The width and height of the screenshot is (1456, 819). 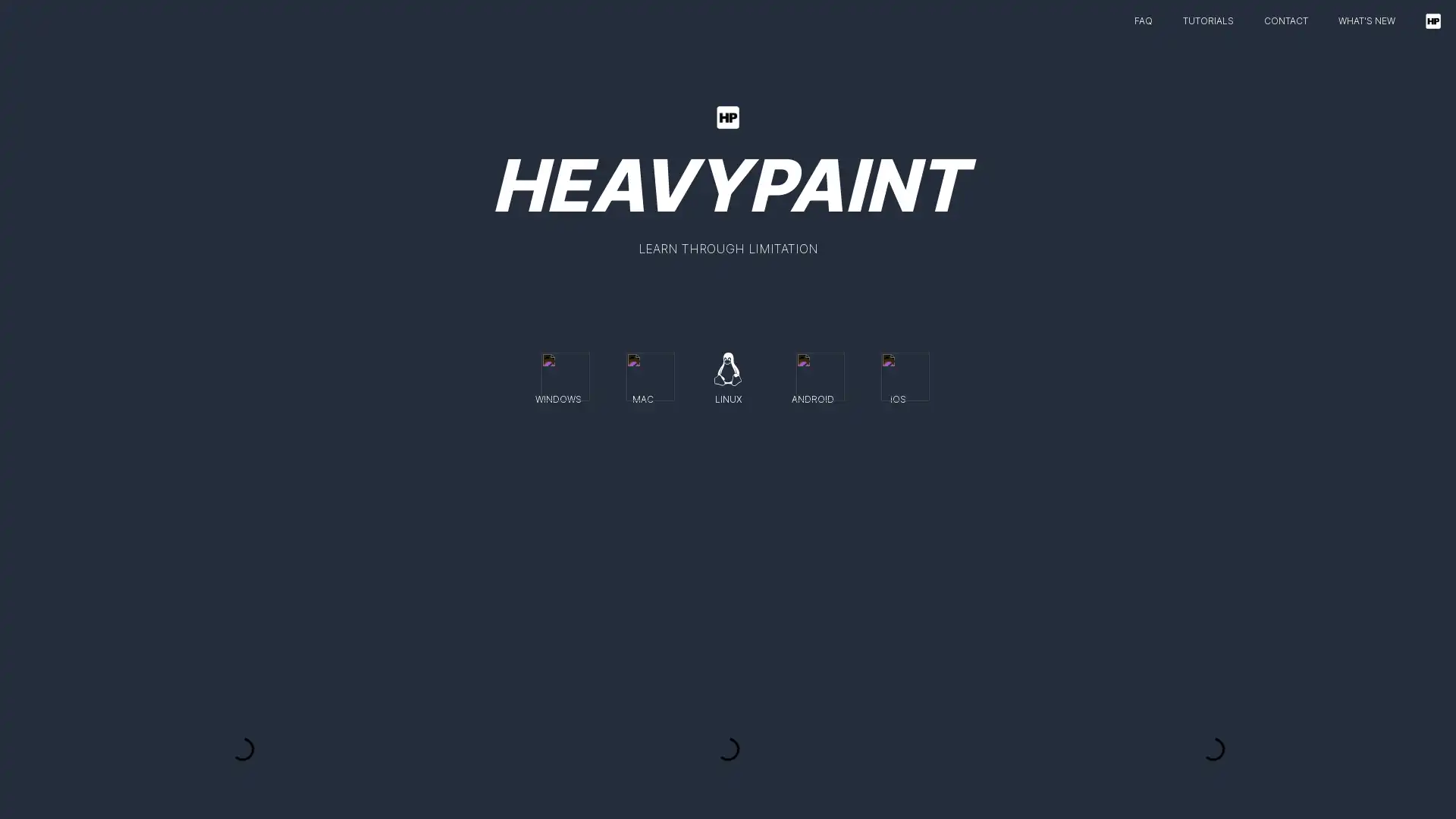 What do you see at coordinates (811, 374) in the screenshot?
I see `ANDROID` at bounding box center [811, 374].